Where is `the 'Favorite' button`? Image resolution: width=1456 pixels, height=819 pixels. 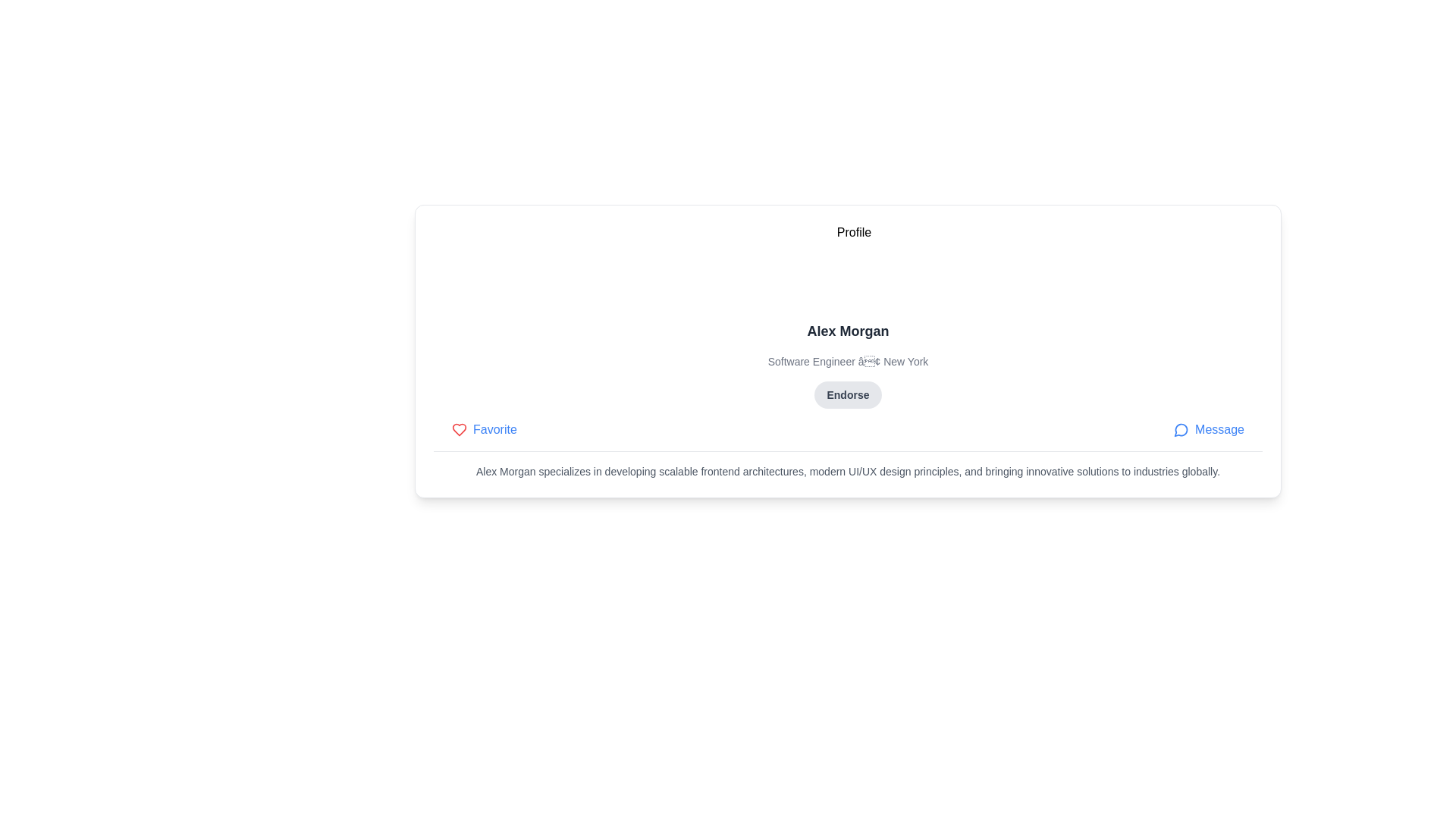
the 'Favorite' button is located at coordinates (483, 430).